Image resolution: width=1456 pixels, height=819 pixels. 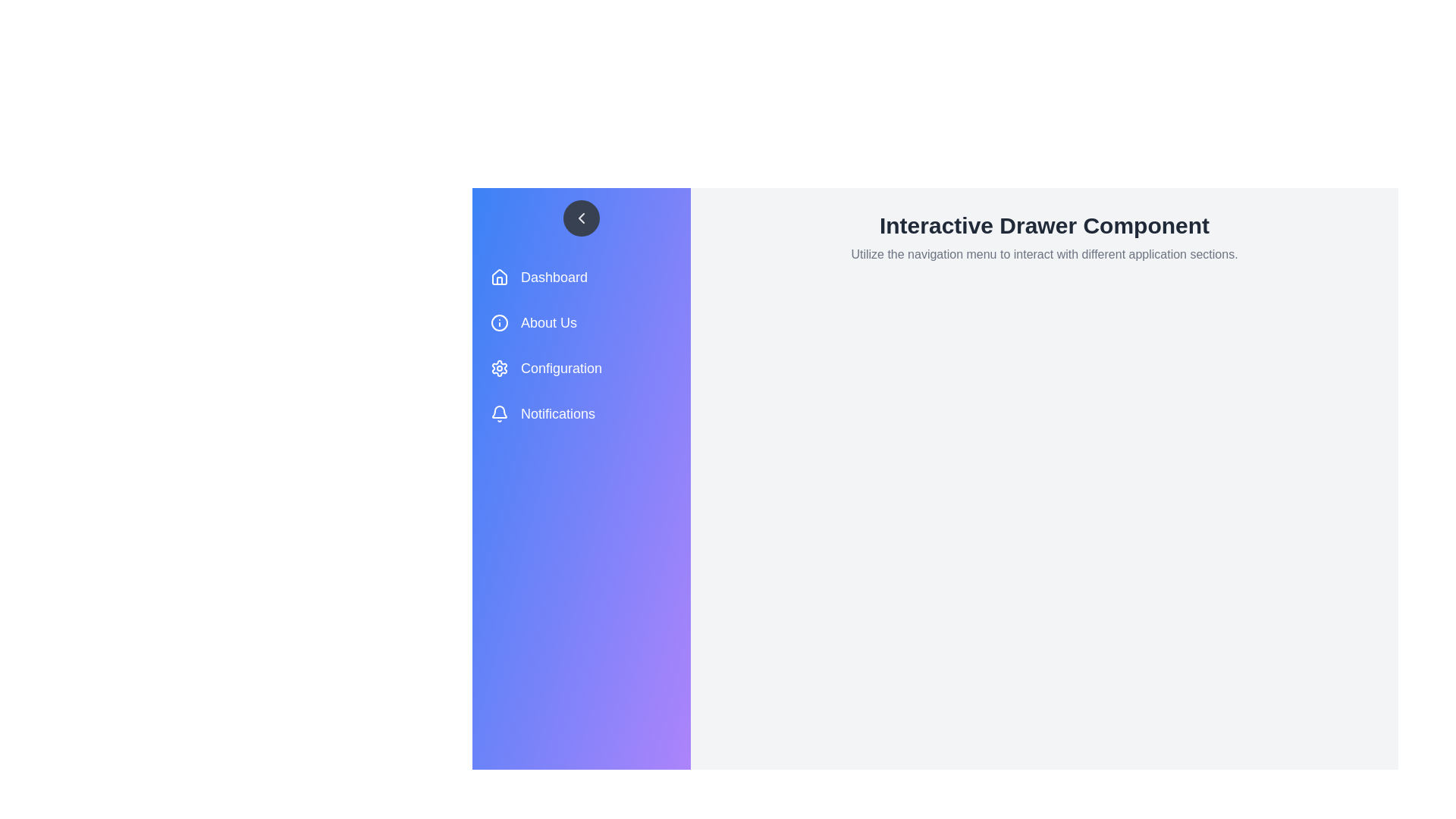 What do you see at coordinates (499, 369) in the screenshot?
I see `the gear-shaped settings icon located in the left navigation panel, next to the 'Configuration' text` at bounding box center [499, 369].